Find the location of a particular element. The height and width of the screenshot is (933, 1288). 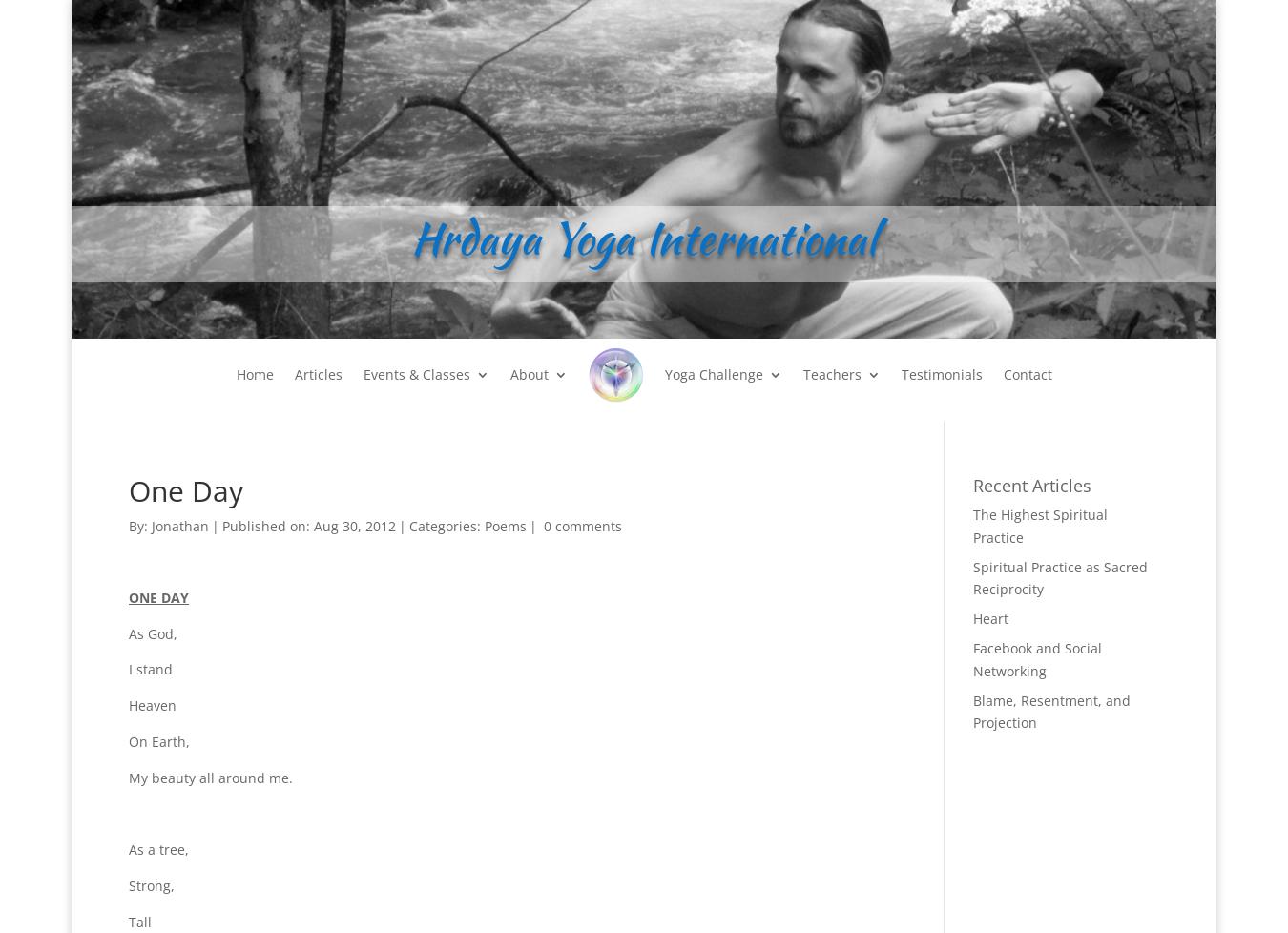

'Articles' is located at coordinates (317, 373).